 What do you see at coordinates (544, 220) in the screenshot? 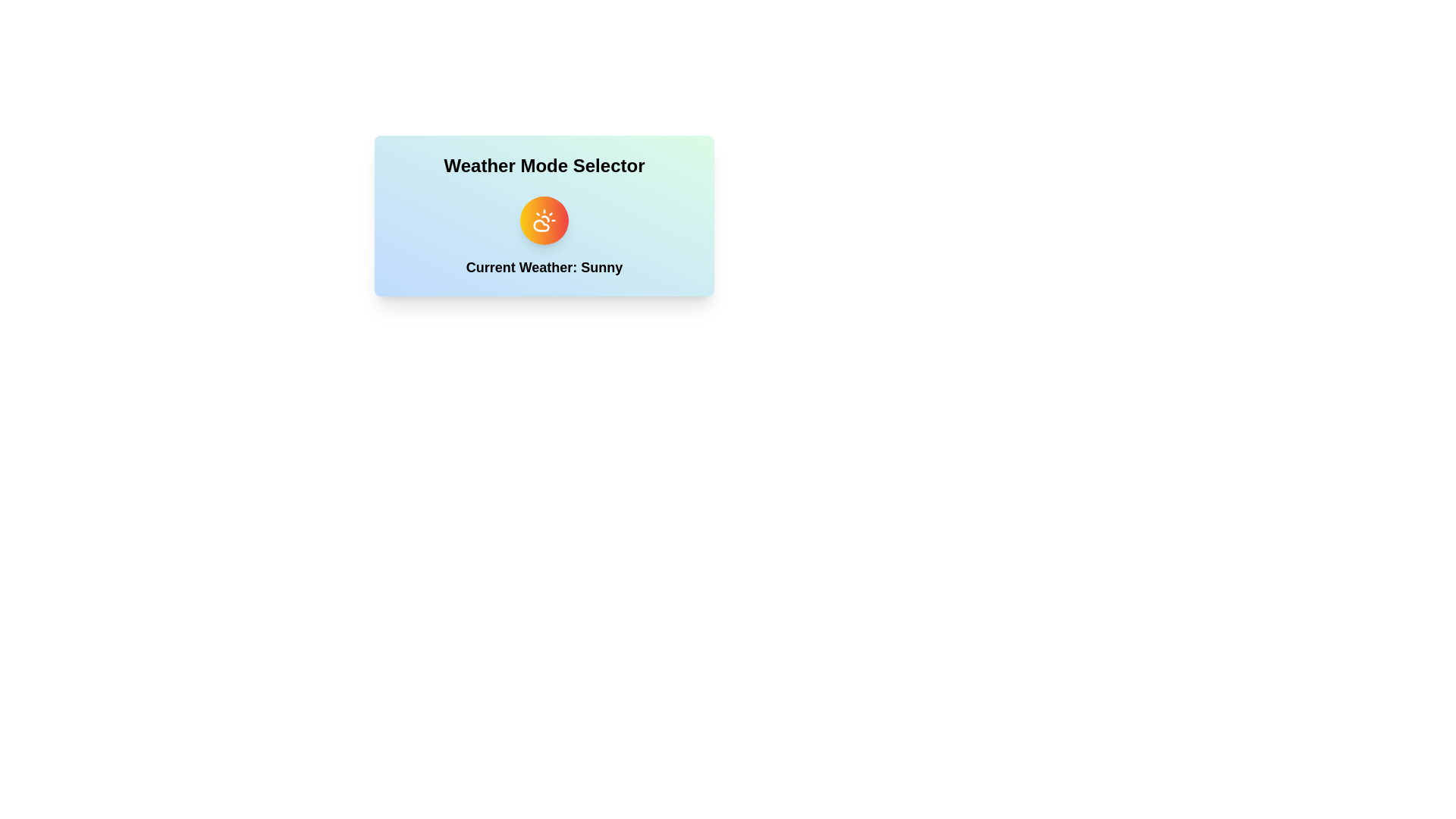
I see `the weather toggle button to change the weather mode` at bounding box center [544, 220].